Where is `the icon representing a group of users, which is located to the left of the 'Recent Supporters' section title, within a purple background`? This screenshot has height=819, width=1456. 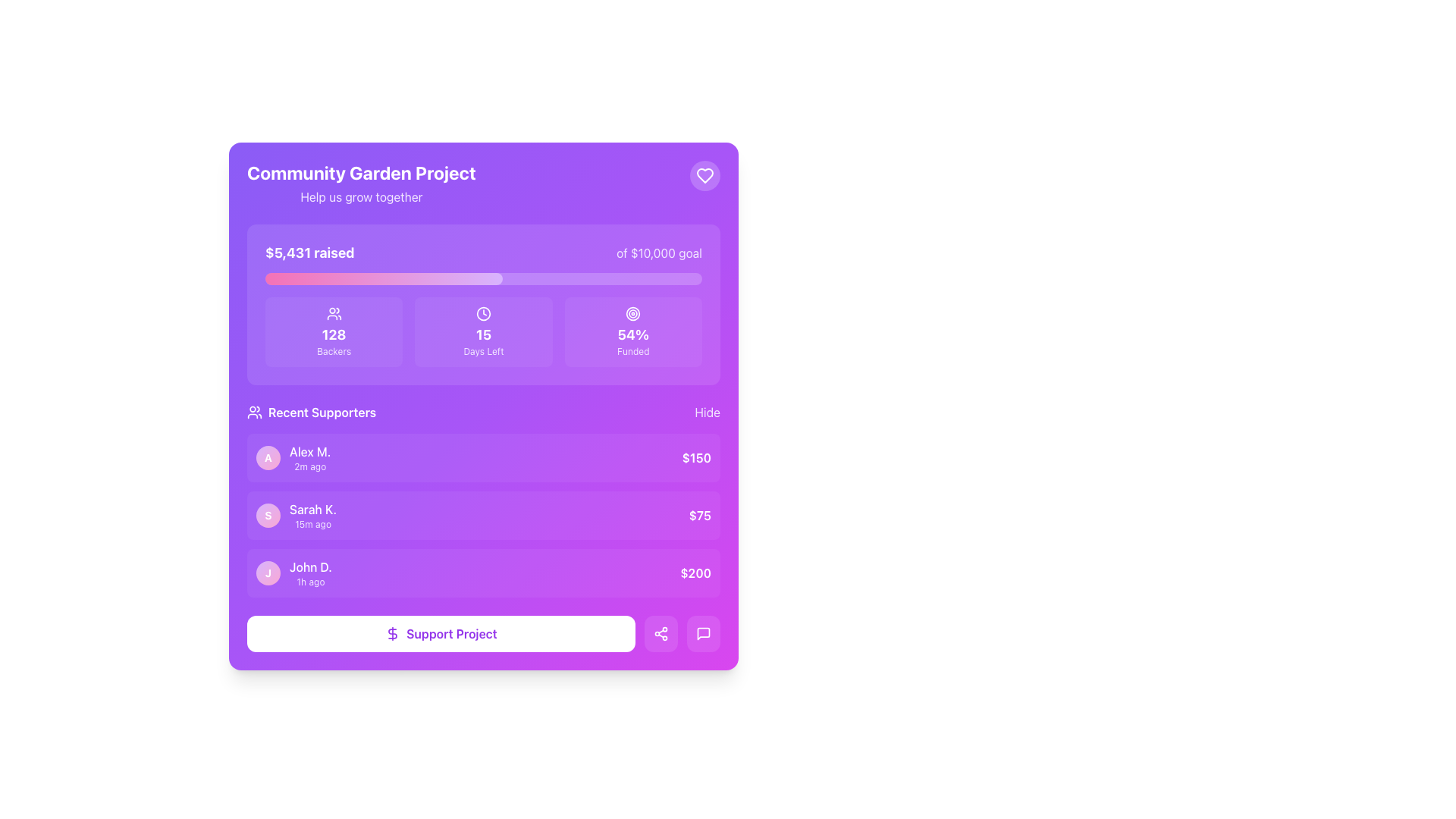 the icon representing a group of users, which is located to the left of the 'Recent Supporters' section title, within a purple background is located at coordinates (255, 412).